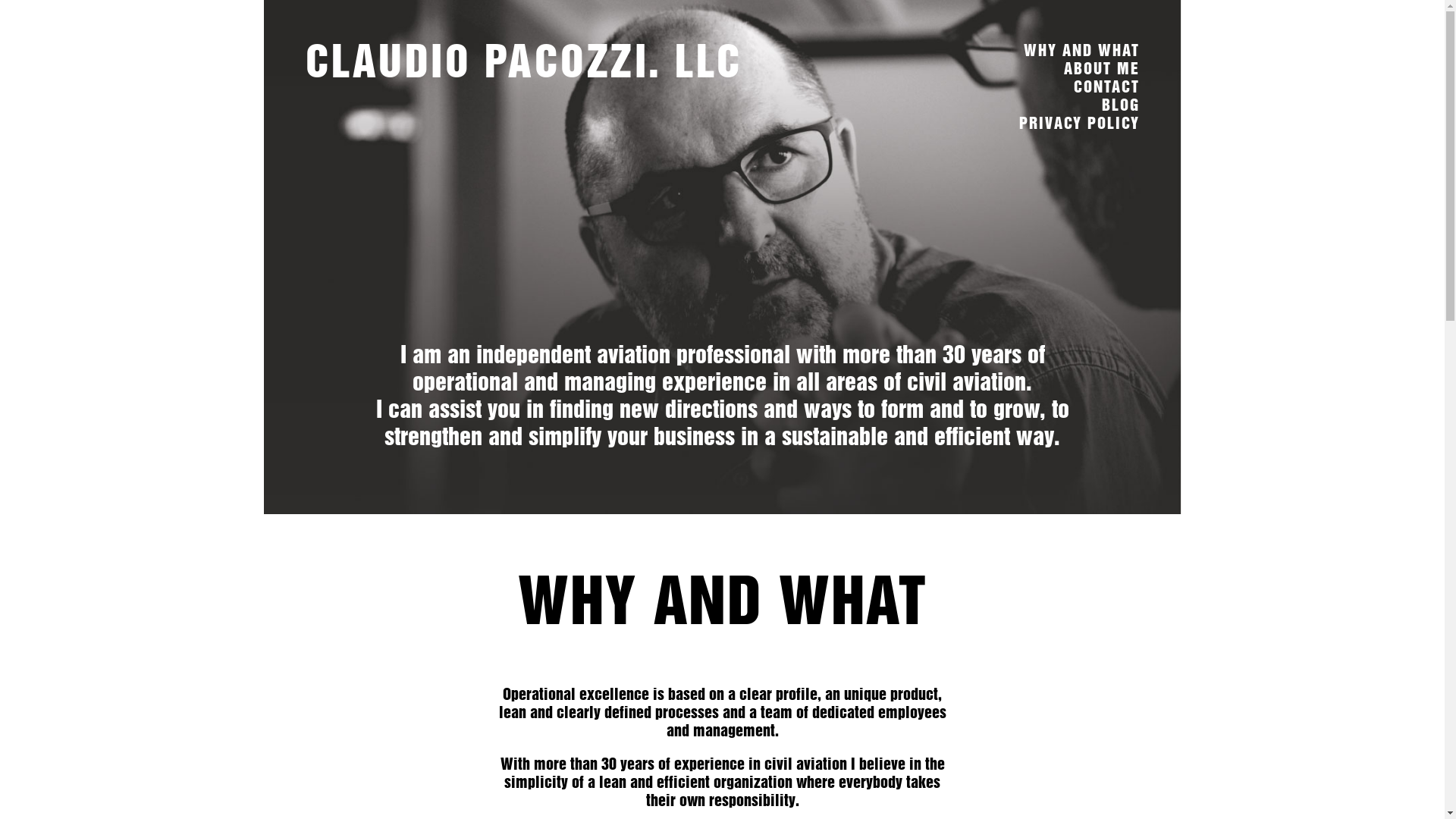  I want to click on 'WHY AND WHAT', so click(1023, 49).